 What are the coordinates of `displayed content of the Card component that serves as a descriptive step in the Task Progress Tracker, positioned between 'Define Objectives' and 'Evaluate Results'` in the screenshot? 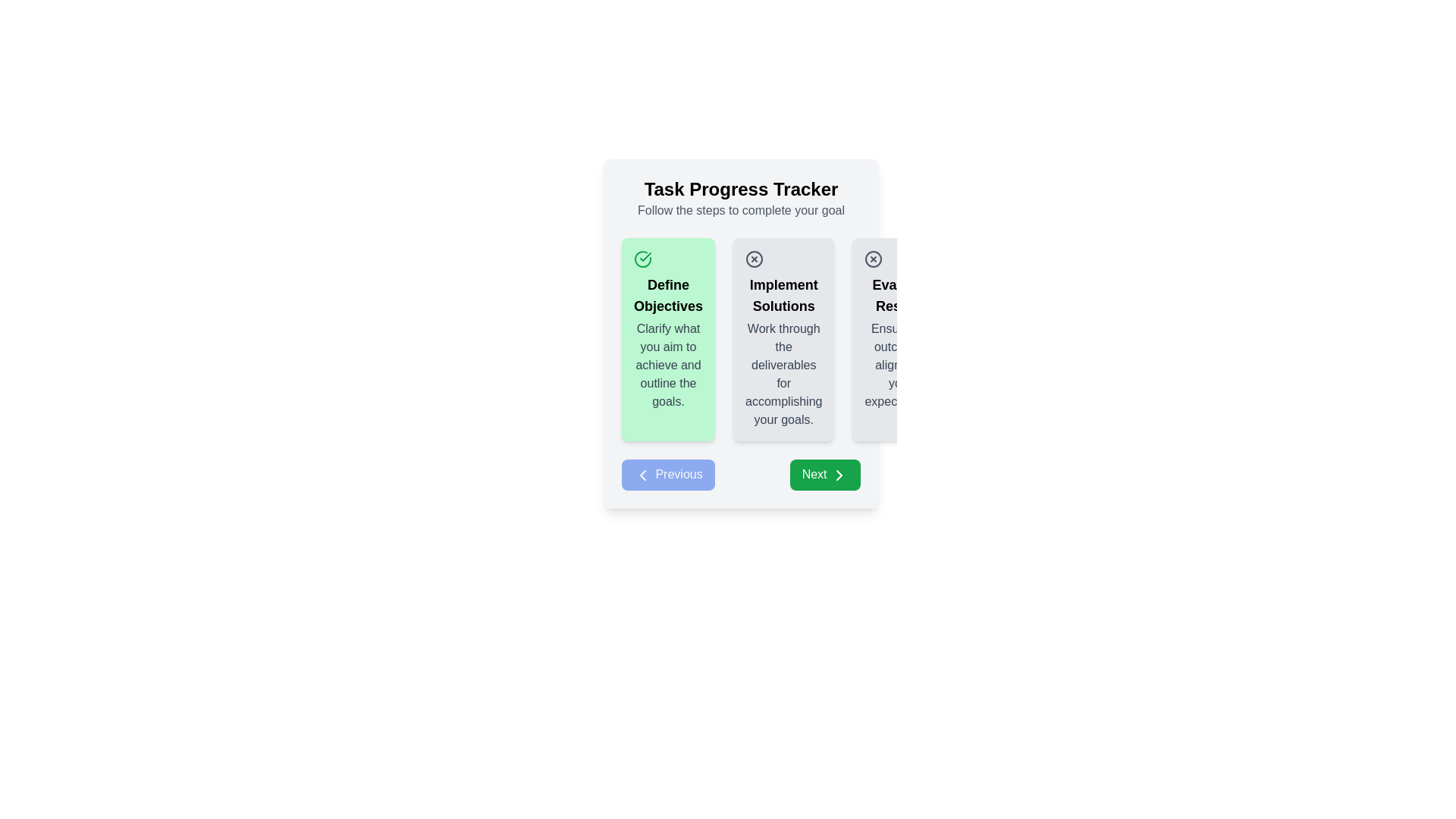 It's located at (741, 338).